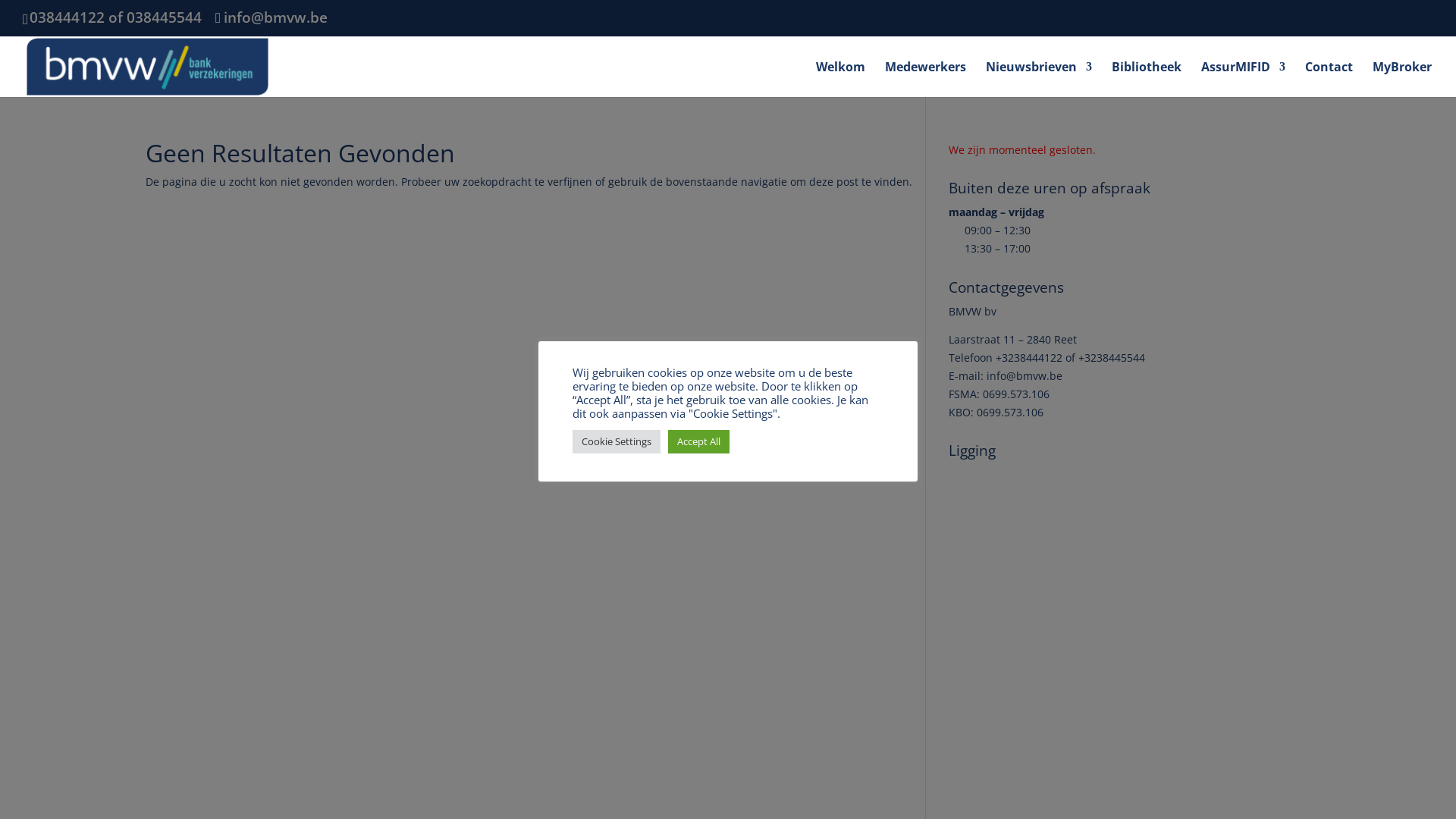  Describe the element at coordinates (1037, 78) in the screenshot. I see `'Nieuwsbrieven'` at that location.